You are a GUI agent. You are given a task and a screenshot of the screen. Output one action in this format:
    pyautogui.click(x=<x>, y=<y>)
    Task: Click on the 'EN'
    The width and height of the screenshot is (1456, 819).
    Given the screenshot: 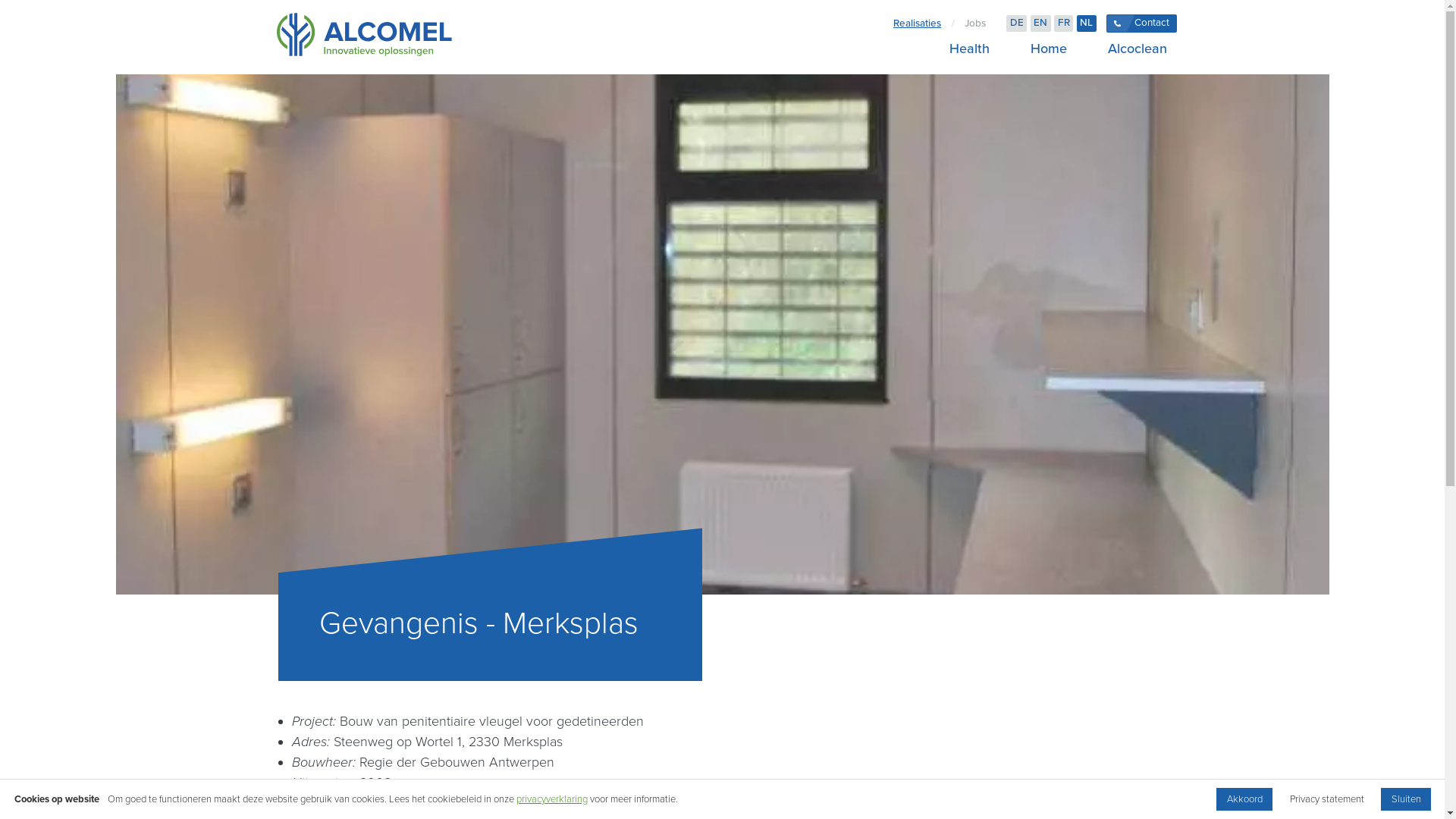 What is the action you would take?
    pyautogui.click(x=1030, y=24)
    